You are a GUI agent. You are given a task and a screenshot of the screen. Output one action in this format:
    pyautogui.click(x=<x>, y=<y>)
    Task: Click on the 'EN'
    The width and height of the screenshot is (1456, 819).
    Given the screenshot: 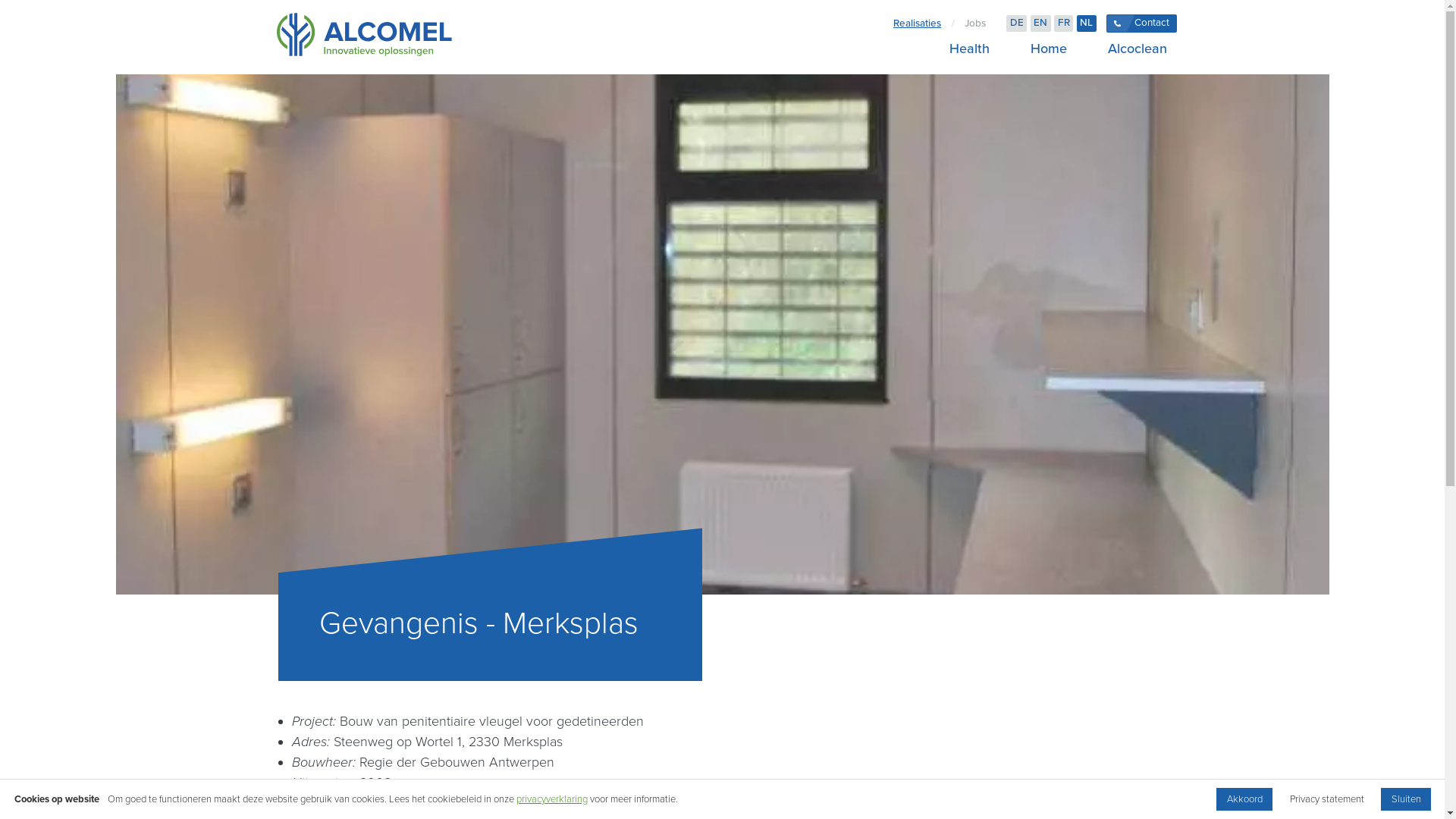 What is the action you would take?
    pyautogui.click(x=1030, y=24)
    